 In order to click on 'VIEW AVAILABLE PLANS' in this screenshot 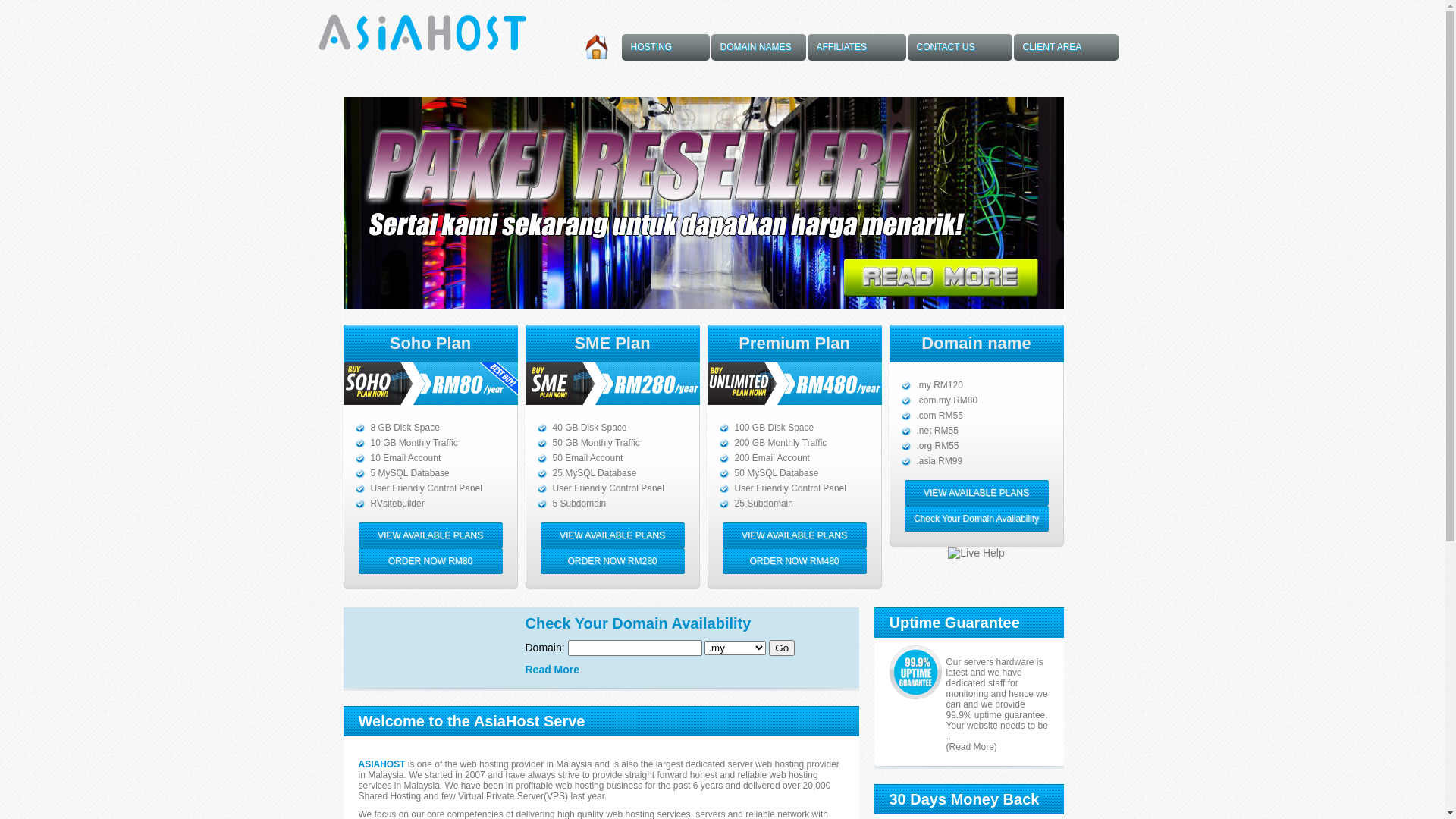, I will do `click(428, 534)`.